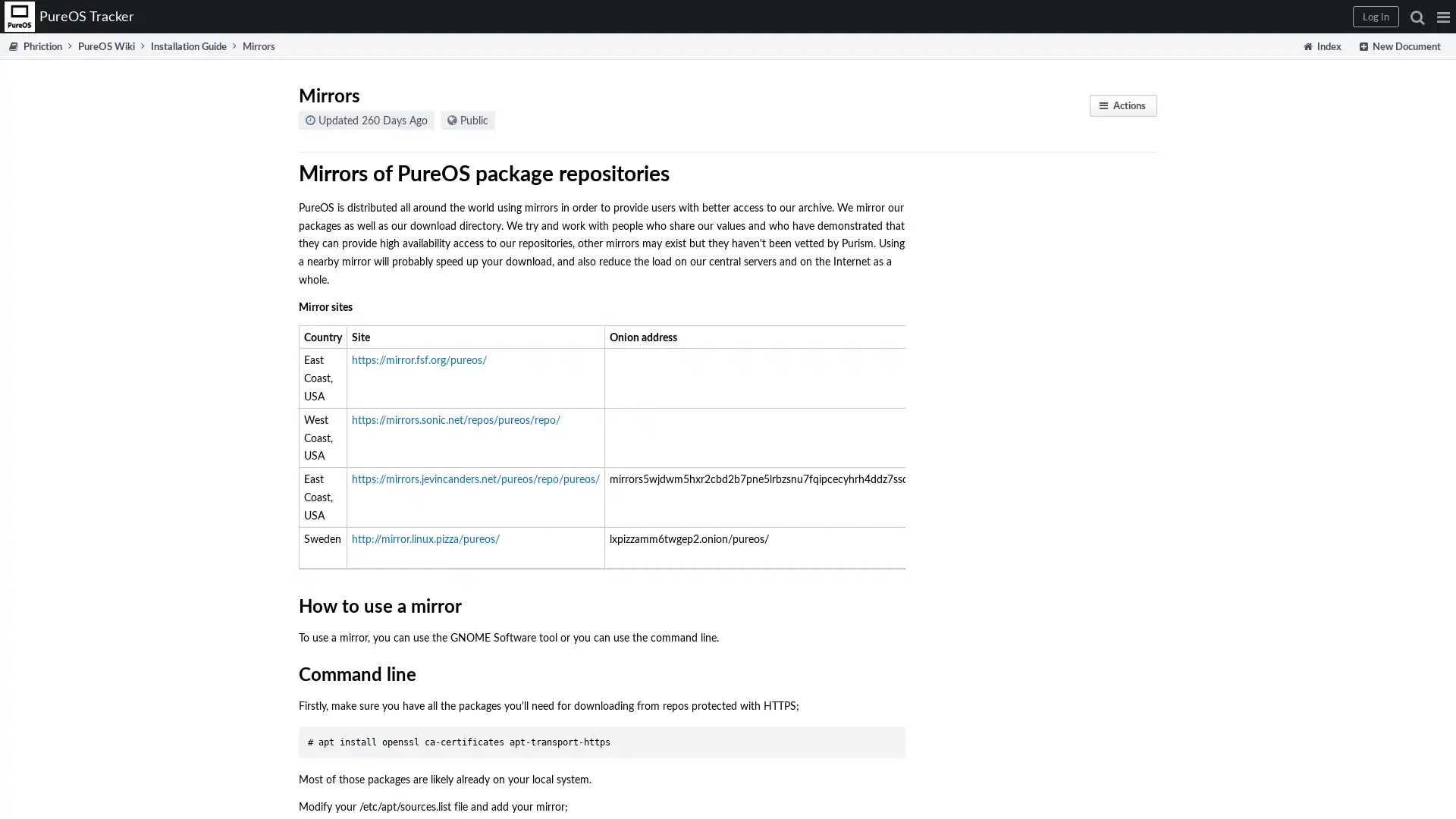 The image size is (1456, 819). I want to click on Log In, so click(1376, 17).